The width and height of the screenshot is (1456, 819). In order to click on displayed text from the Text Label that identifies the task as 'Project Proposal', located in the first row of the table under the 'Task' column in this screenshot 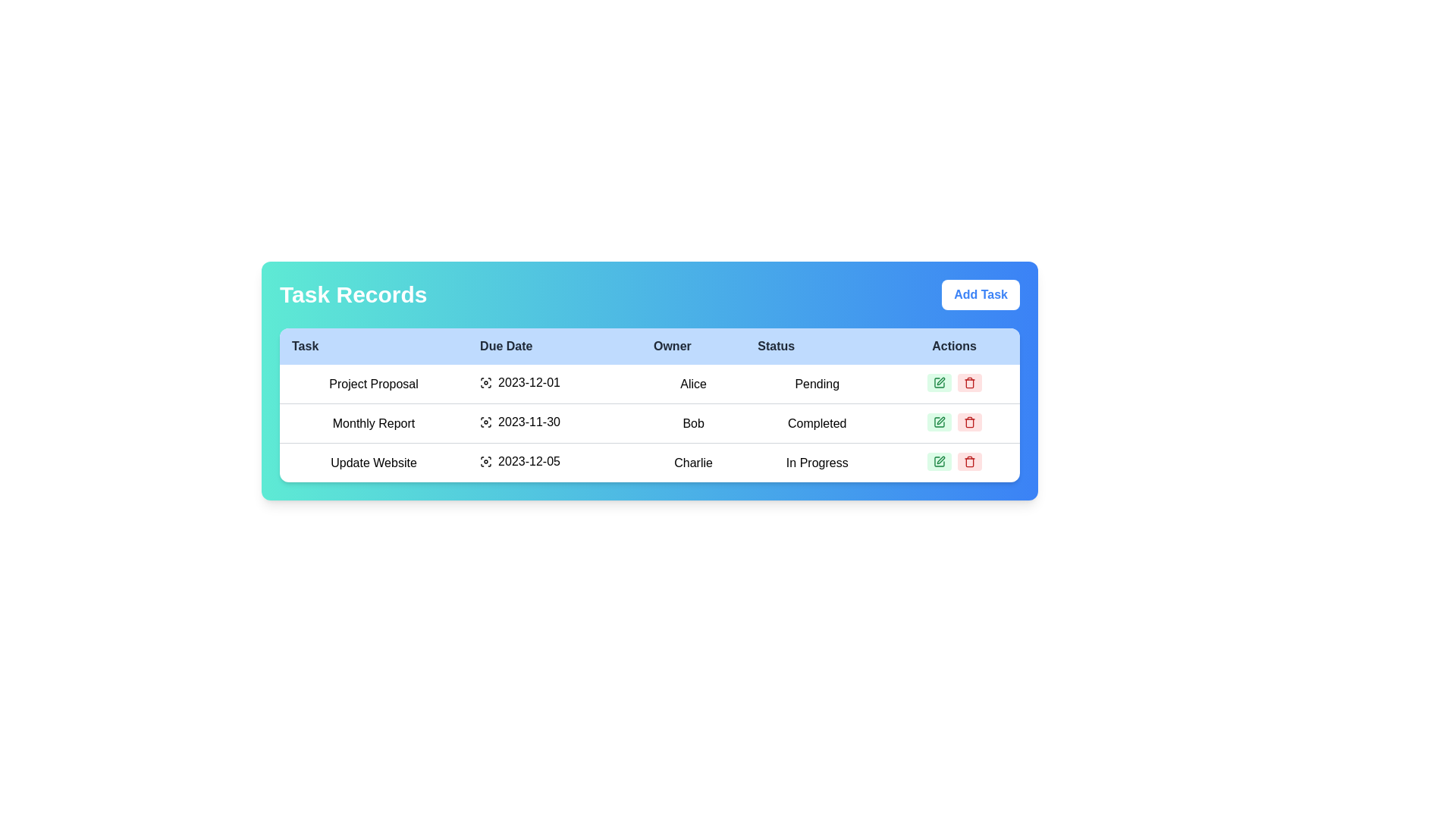, I will do `click(374, 383)`.